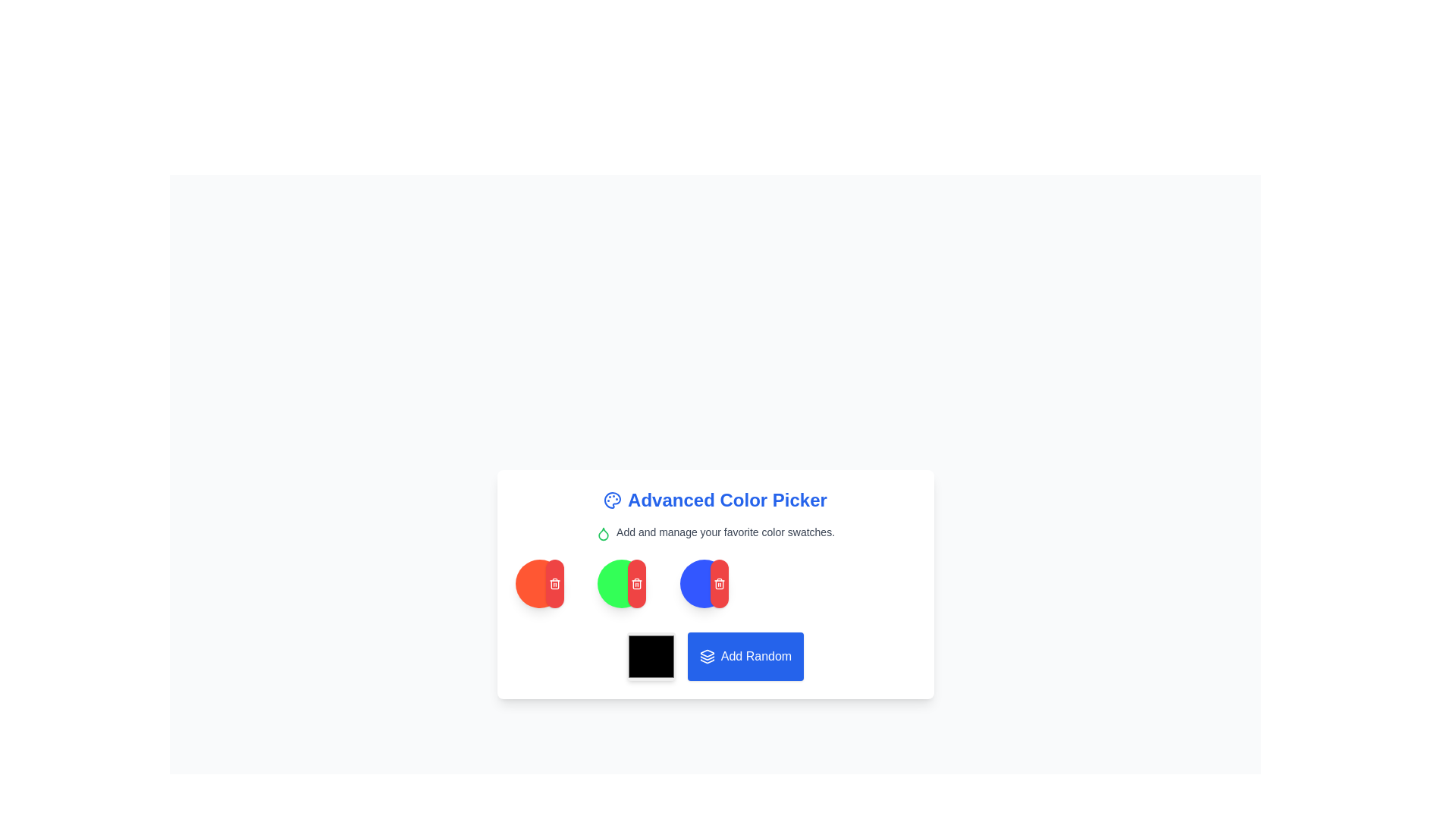 The image size is (1456, 819). Describe the element at coordinates (603, 532) in the screenshot. I see `the color or liquid concept icon located to the left of the text 'Add and manage your favorite color swatches.'` at that location.